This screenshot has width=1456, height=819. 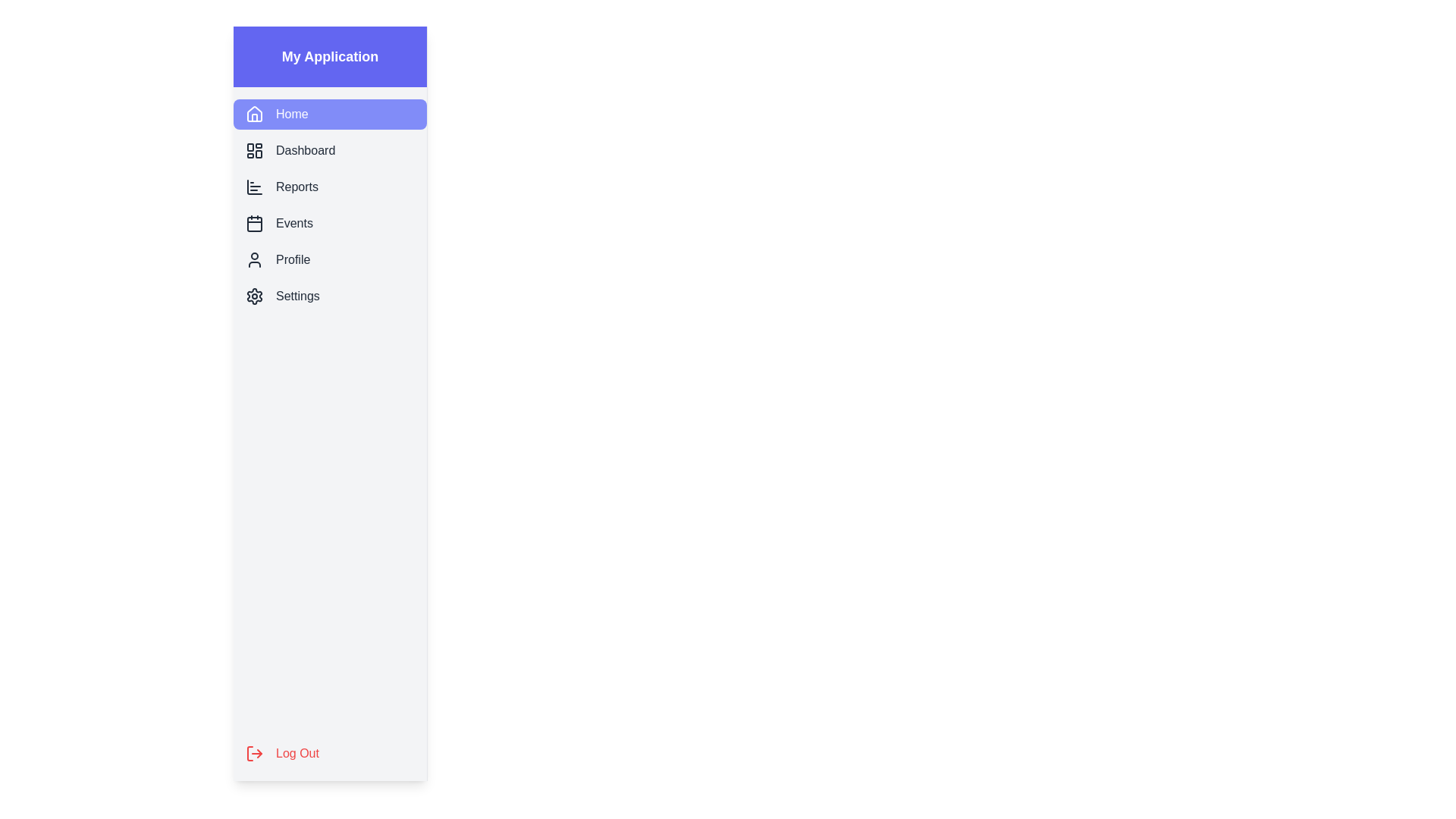 What do you see at coordinates (250, 147) in the screenshot?
I see `the top-left rectangular block of the Dashboard icon in the sidebar, which is styled with rounded corners and part of a minimalistic flat design` at bounding box center [250, 147].